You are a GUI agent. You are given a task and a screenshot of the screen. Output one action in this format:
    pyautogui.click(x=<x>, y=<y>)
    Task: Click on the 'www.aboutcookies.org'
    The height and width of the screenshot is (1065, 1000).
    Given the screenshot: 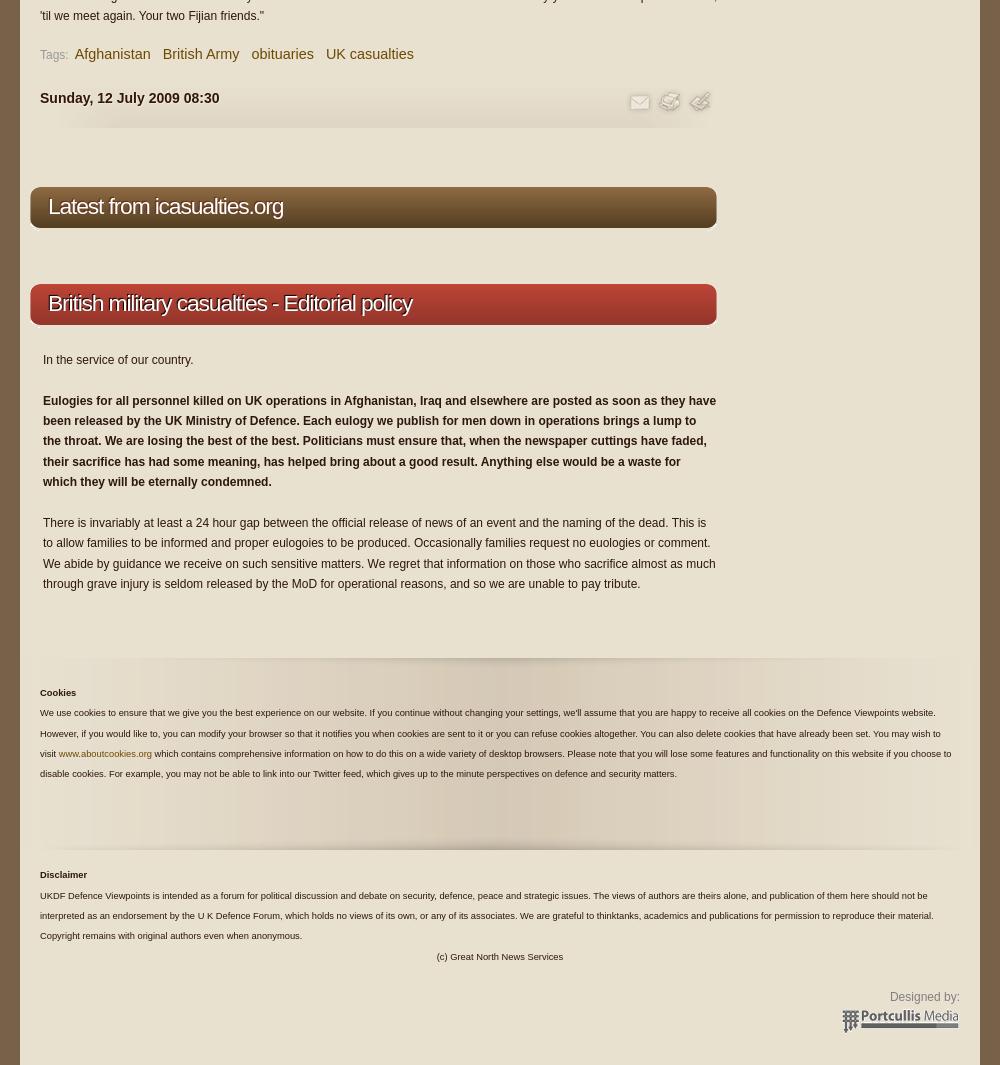 What is the action you would take?
    pyautogui.click(x=104, y=754)
    